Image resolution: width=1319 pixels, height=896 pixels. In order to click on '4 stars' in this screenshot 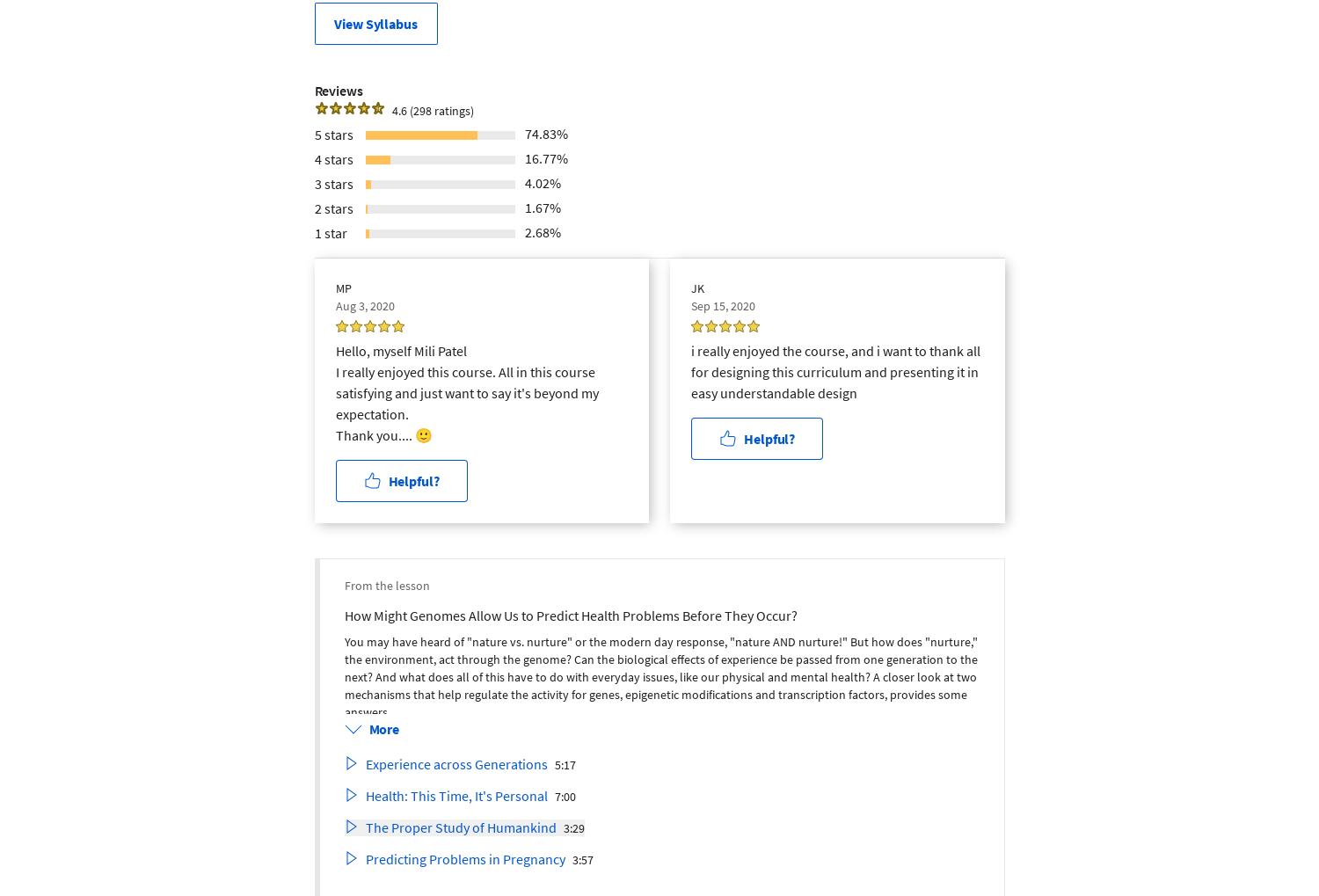, I will do `click(333, 157)`.